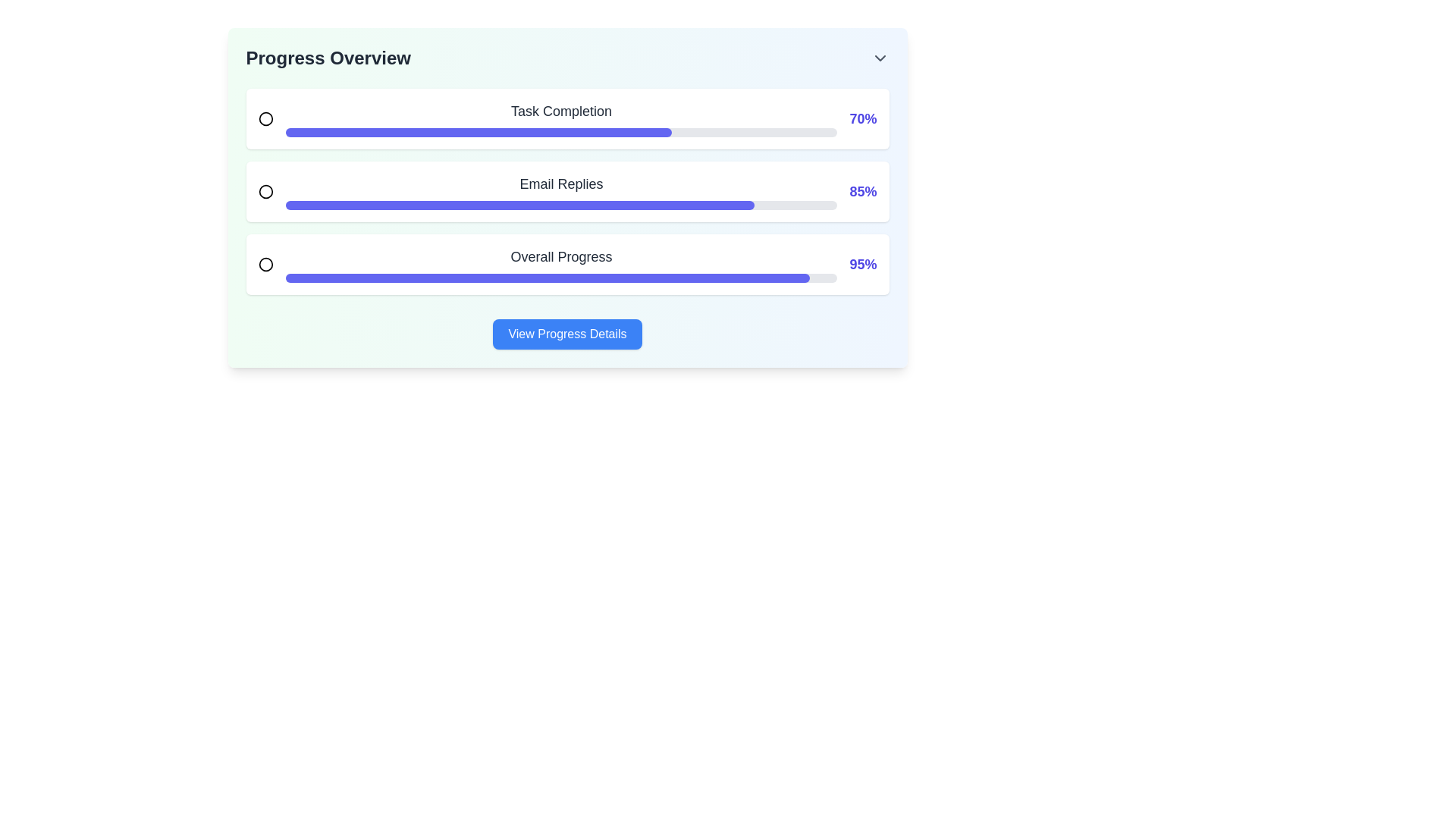 The height and width of the screenshot is (819, 1456). What do you see at coordinates (560, 278) in the screenshot?
I see `the progress bar that visually represents the 'Overall Progress' as a percentage, located under the 'Overall Progress' label in the third row of the 'Progress Overview' section` at bounding box center [560, 278].